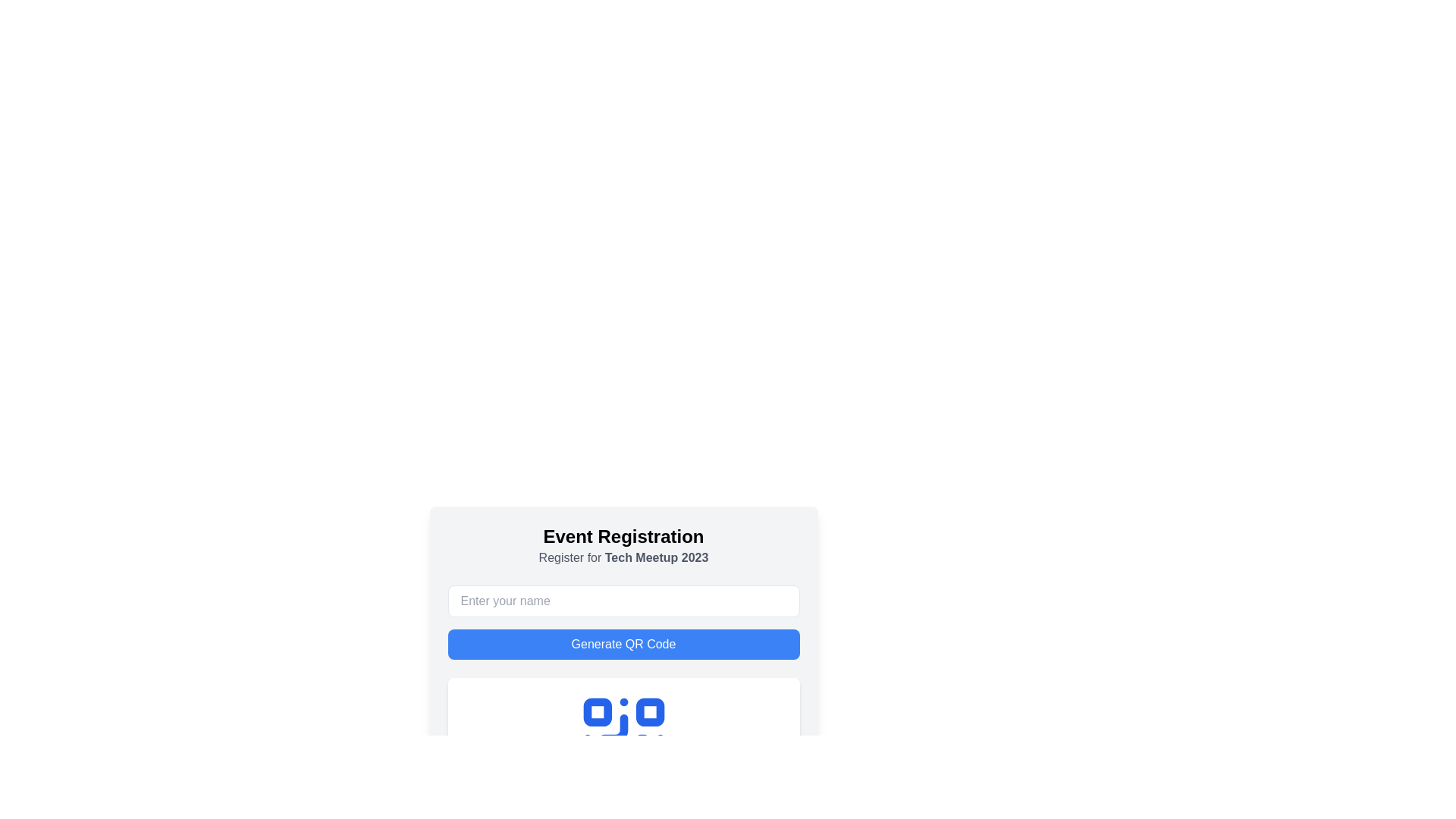 Image resolution: width=1456 pixels, height=819 pixels. Describe the element at coordinates (623, 623) in the screenshot. I see `the blue button labeled 'Generate QR Code' which is located below the 'Enter your name' input field and above the QR code image section` at that location.